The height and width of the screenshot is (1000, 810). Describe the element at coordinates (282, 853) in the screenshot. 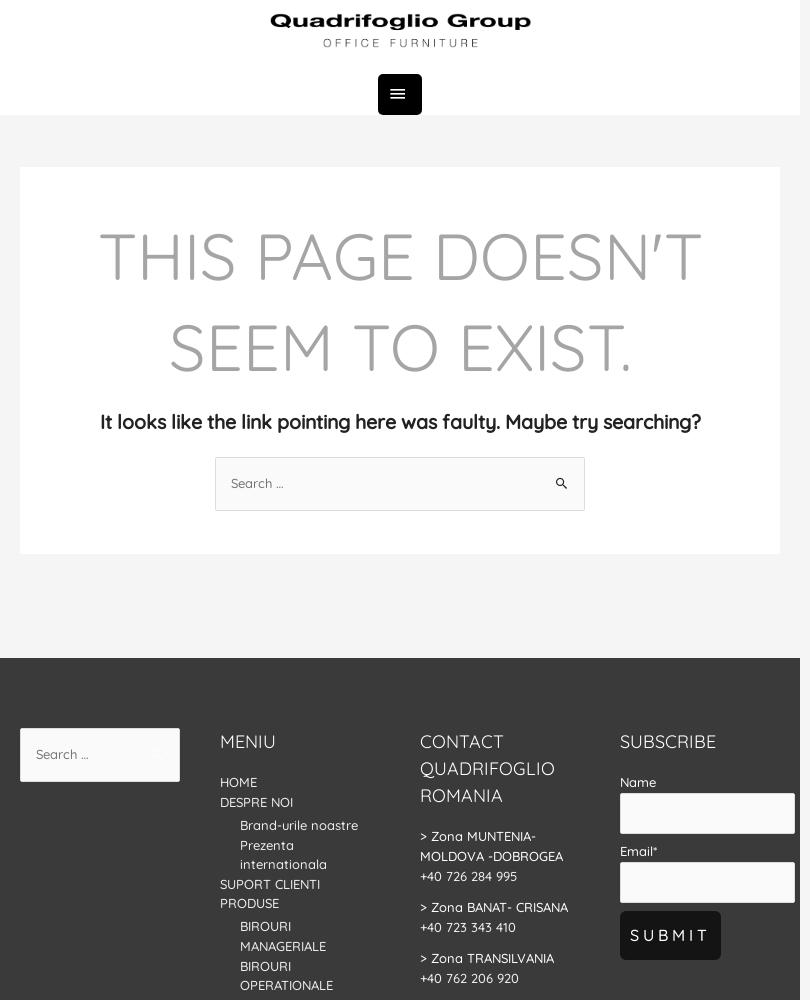

I see `'Prezenta internationala'` at that location.